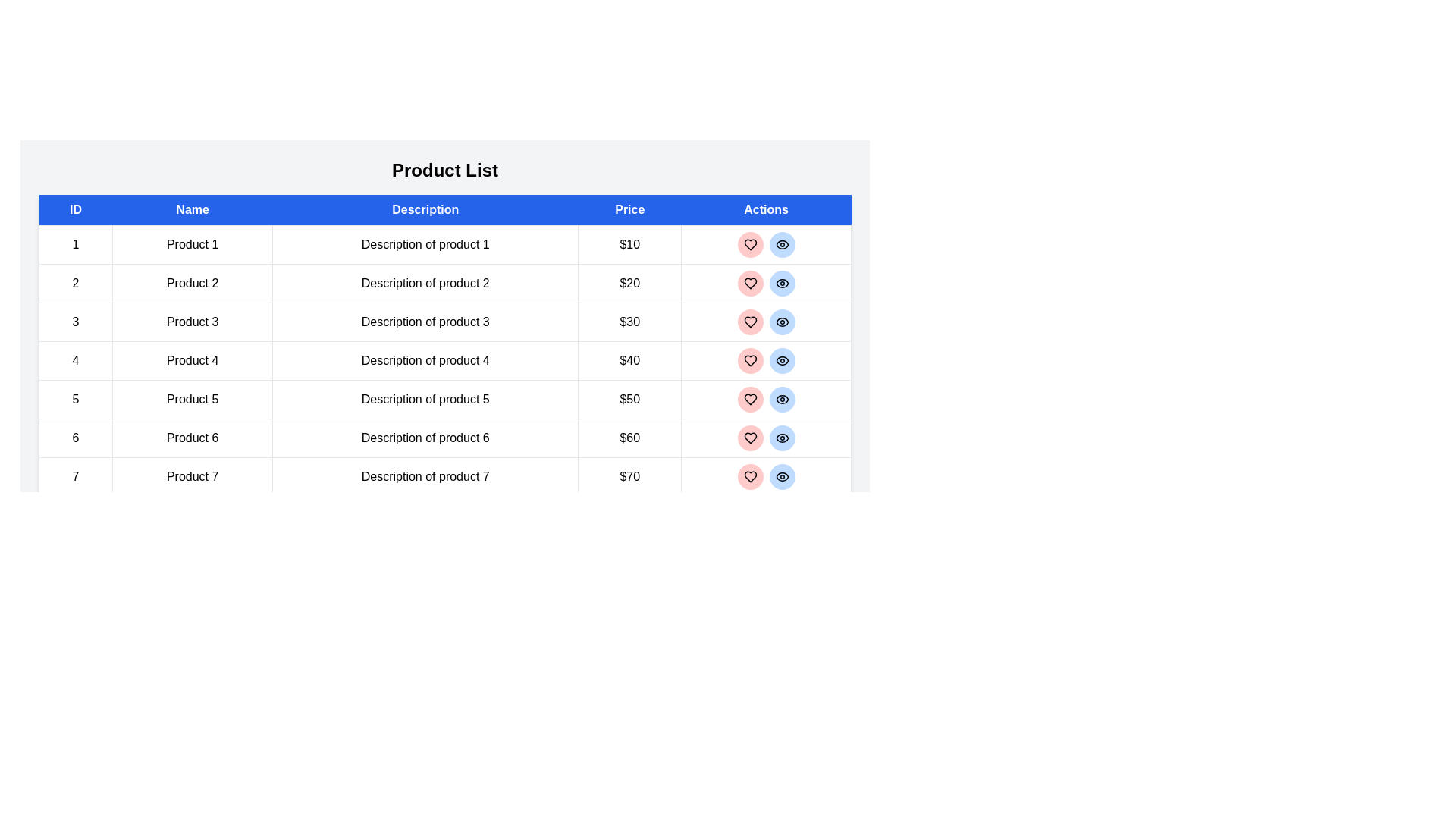  I want to click on the column header Description to sort the table by that column, so click(425, 210).